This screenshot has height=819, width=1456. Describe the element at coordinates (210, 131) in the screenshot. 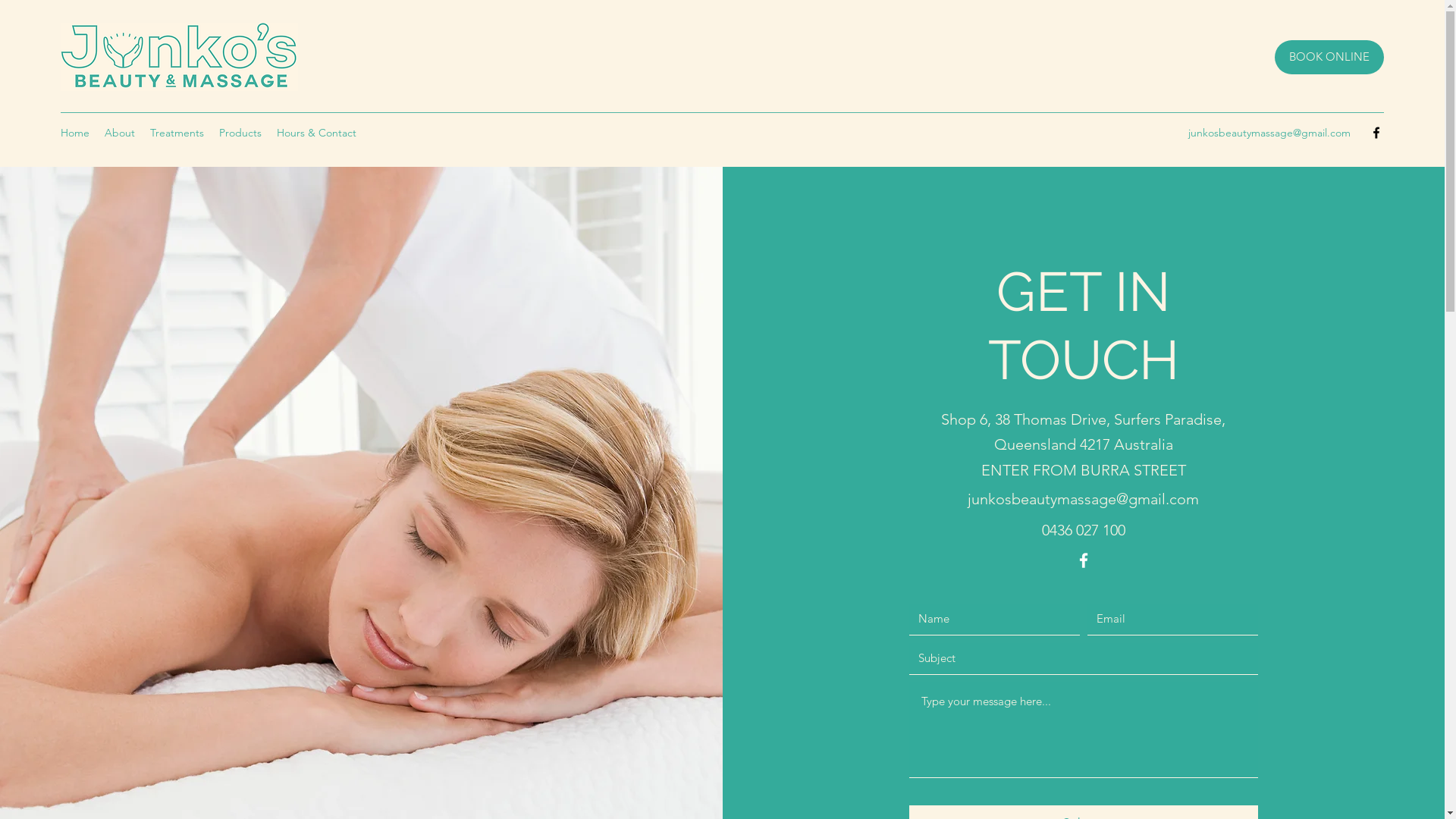

I see `'Products'` at that location.